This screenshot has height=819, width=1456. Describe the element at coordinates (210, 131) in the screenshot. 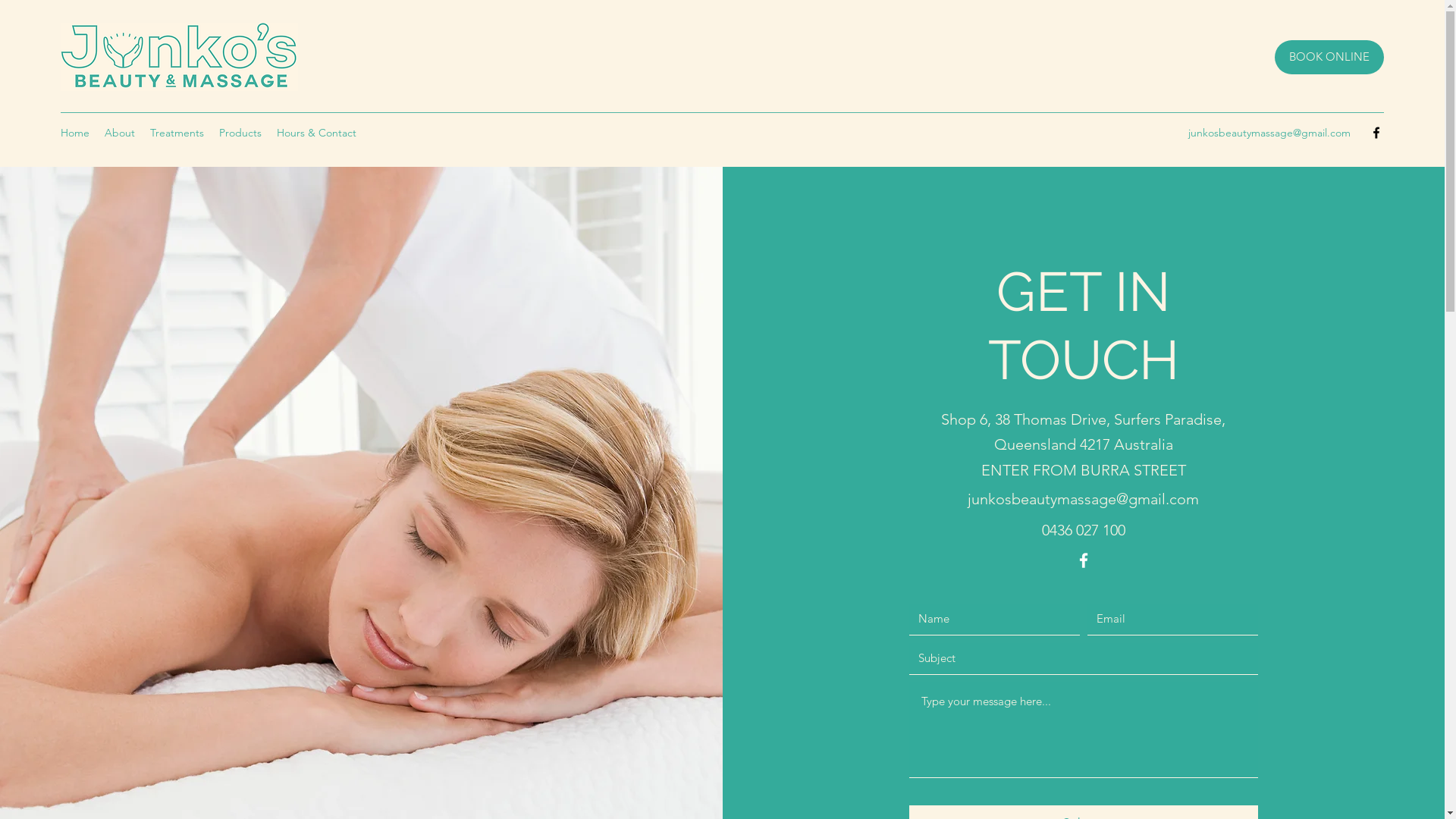

I see `'Products'` at that location.